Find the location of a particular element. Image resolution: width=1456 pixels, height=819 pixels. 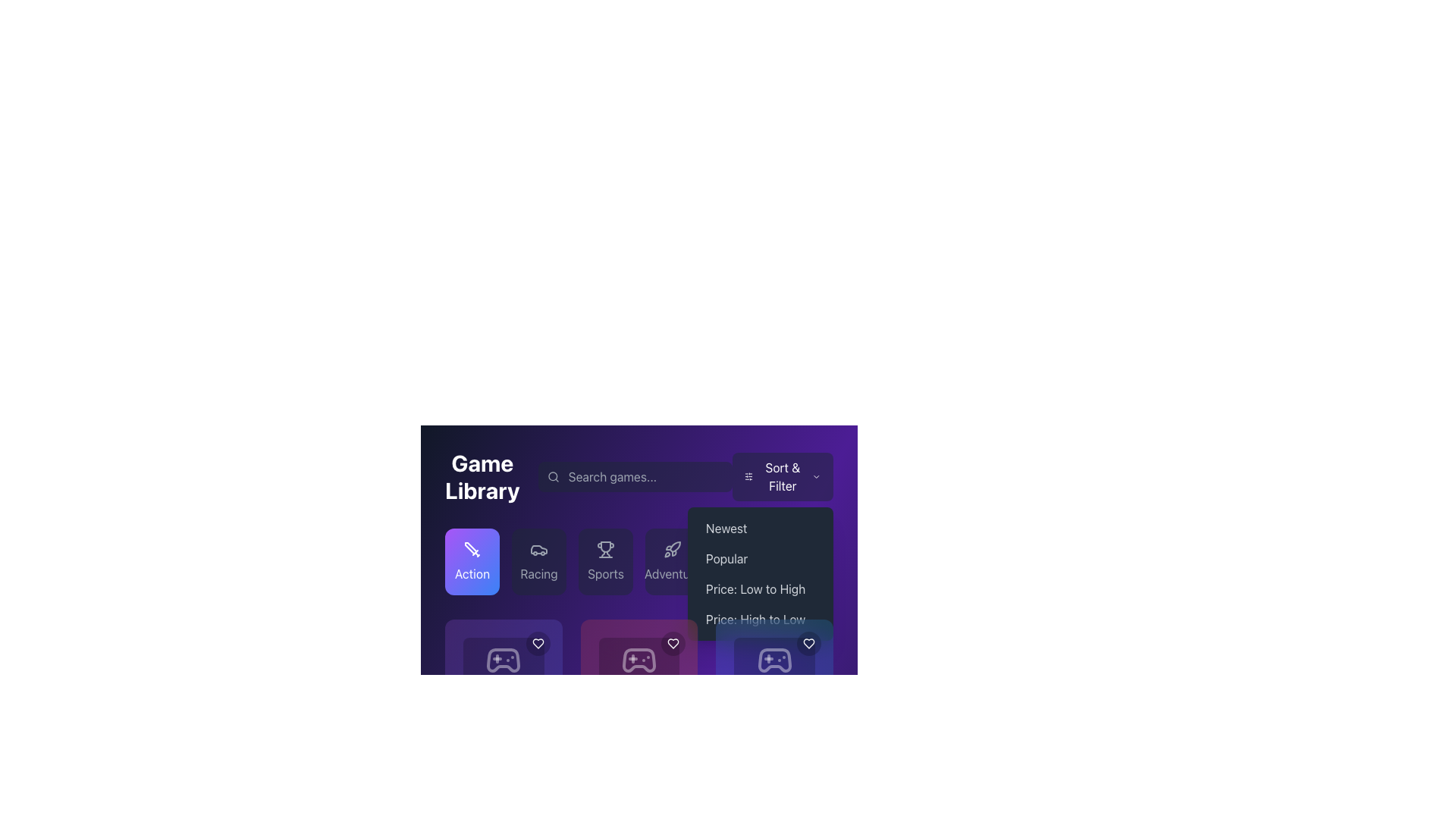

the small gray magnifying glass icon located inside the search field on the left side of the search bar is located at coordinates (552, 475).